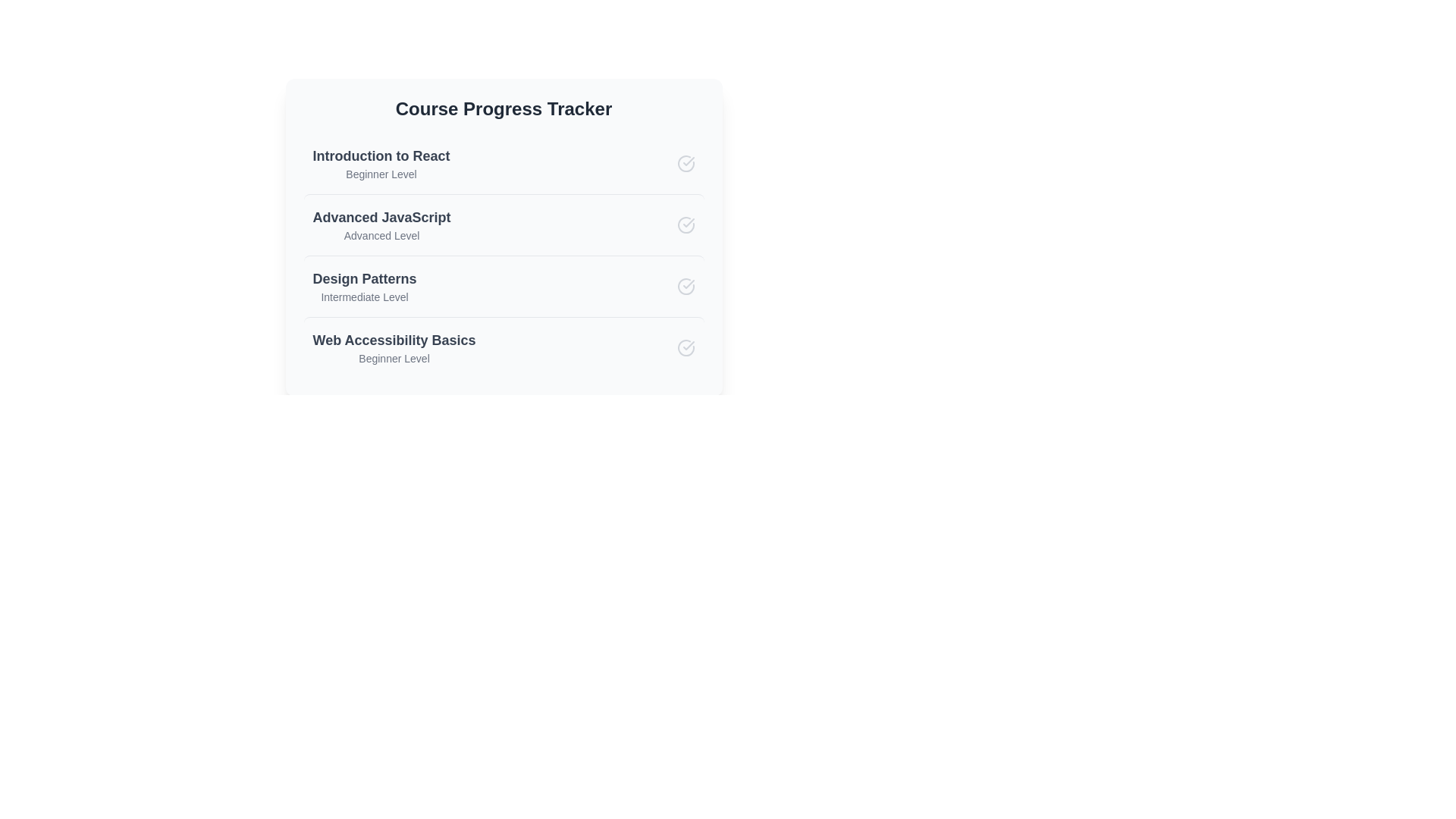 This screenshot has height=819, width=1456. What do you see at coordinates (684, 224) in the screenshot?
I see `the circular SVG icon next to the text 'Advanced JavaScript' in the progress tracker` at bounding box center [684, 224].